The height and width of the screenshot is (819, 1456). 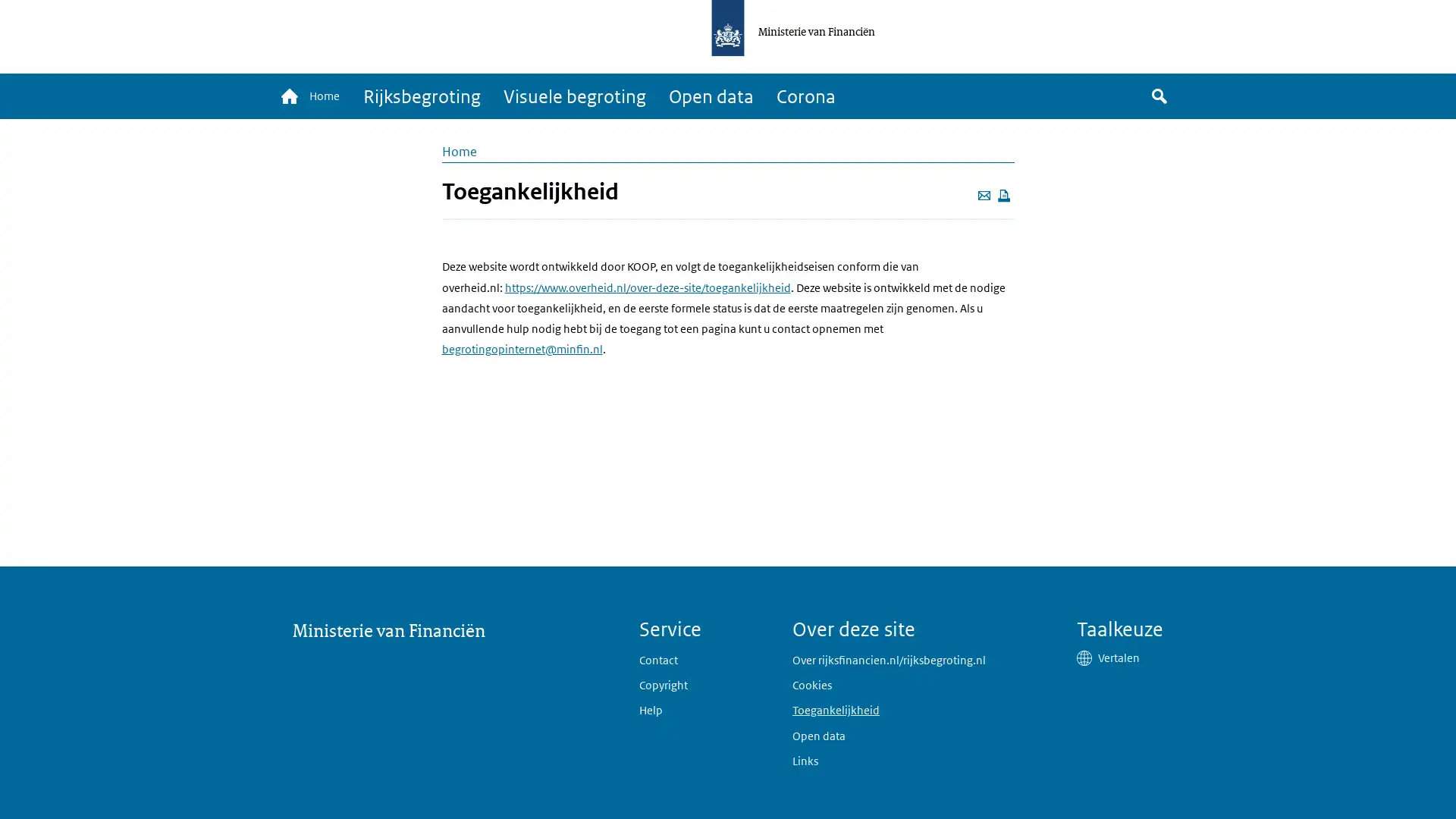 What do you see at coordinates (1120, 657) in the screenshot?
I see `Vertalen` at bounding box center [1120, 657].